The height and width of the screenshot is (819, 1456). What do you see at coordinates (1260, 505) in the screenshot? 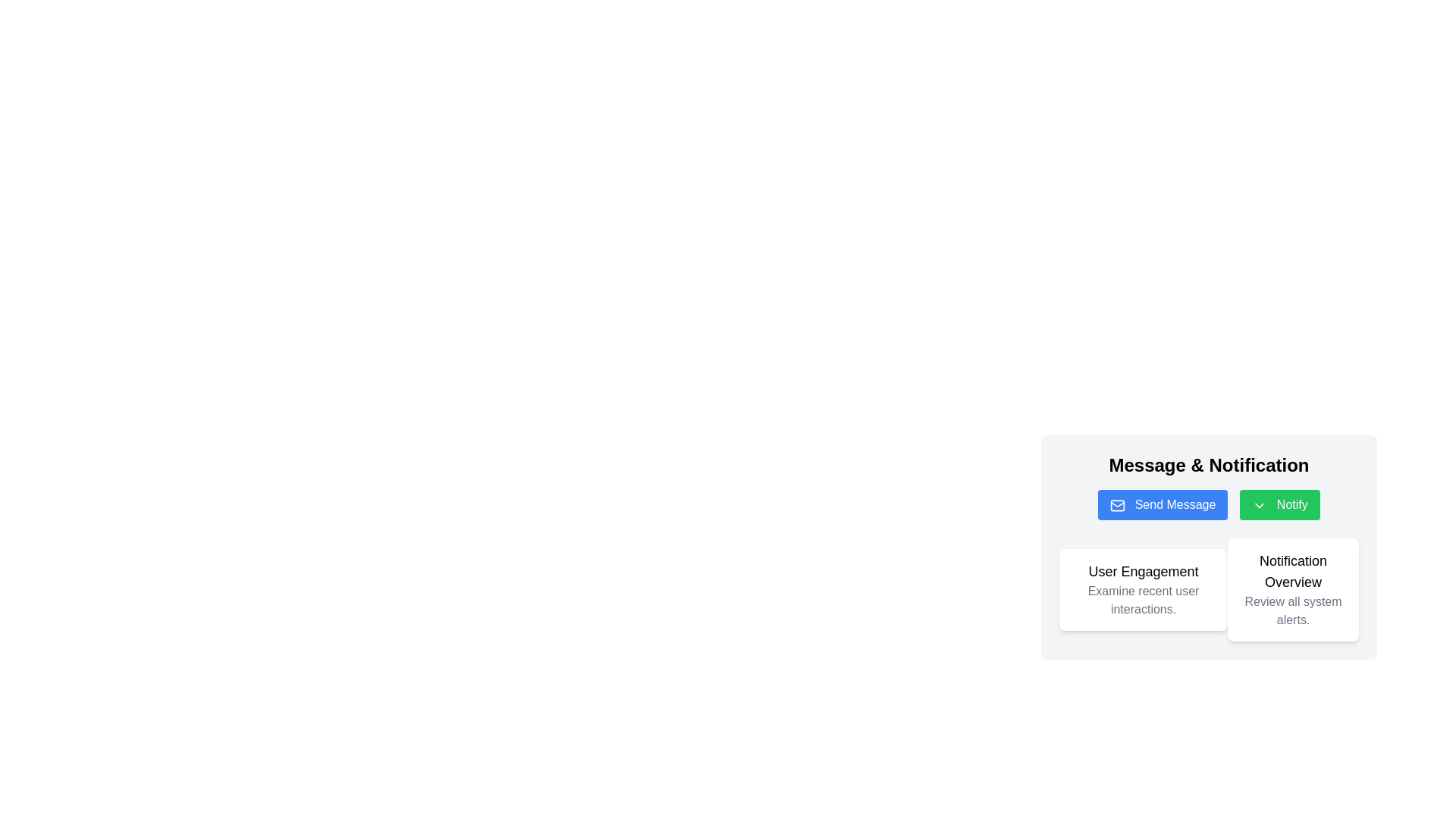
I see `the downward-facing chevron icon, which is styled in green and located to the left of the 'Notify' button text` at bounding box center [1260, 505].